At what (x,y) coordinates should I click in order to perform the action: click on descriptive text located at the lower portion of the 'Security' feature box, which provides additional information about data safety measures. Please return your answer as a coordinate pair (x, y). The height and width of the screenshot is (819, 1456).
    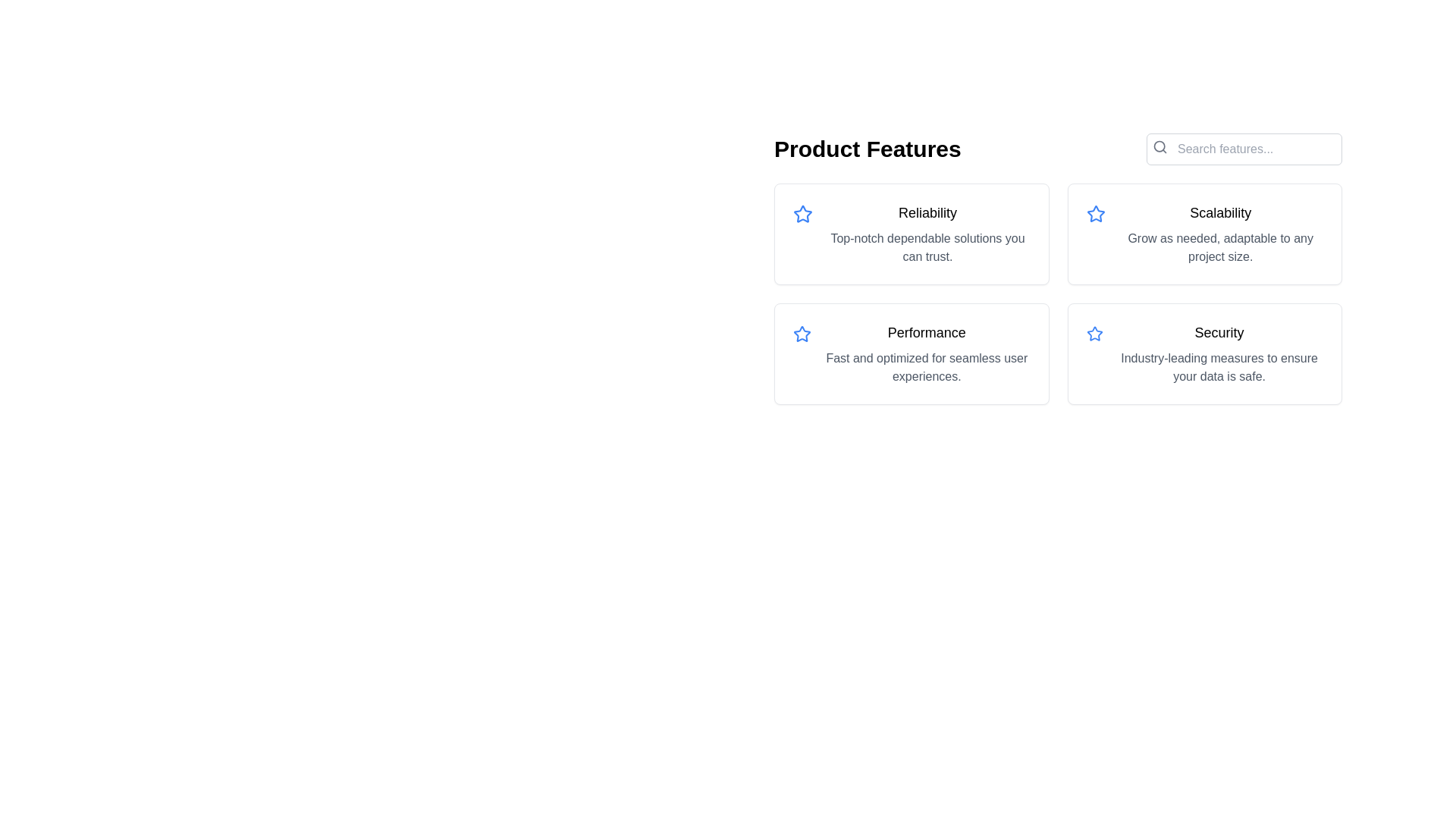
    Looking at the image, I should click on (1219, 368).